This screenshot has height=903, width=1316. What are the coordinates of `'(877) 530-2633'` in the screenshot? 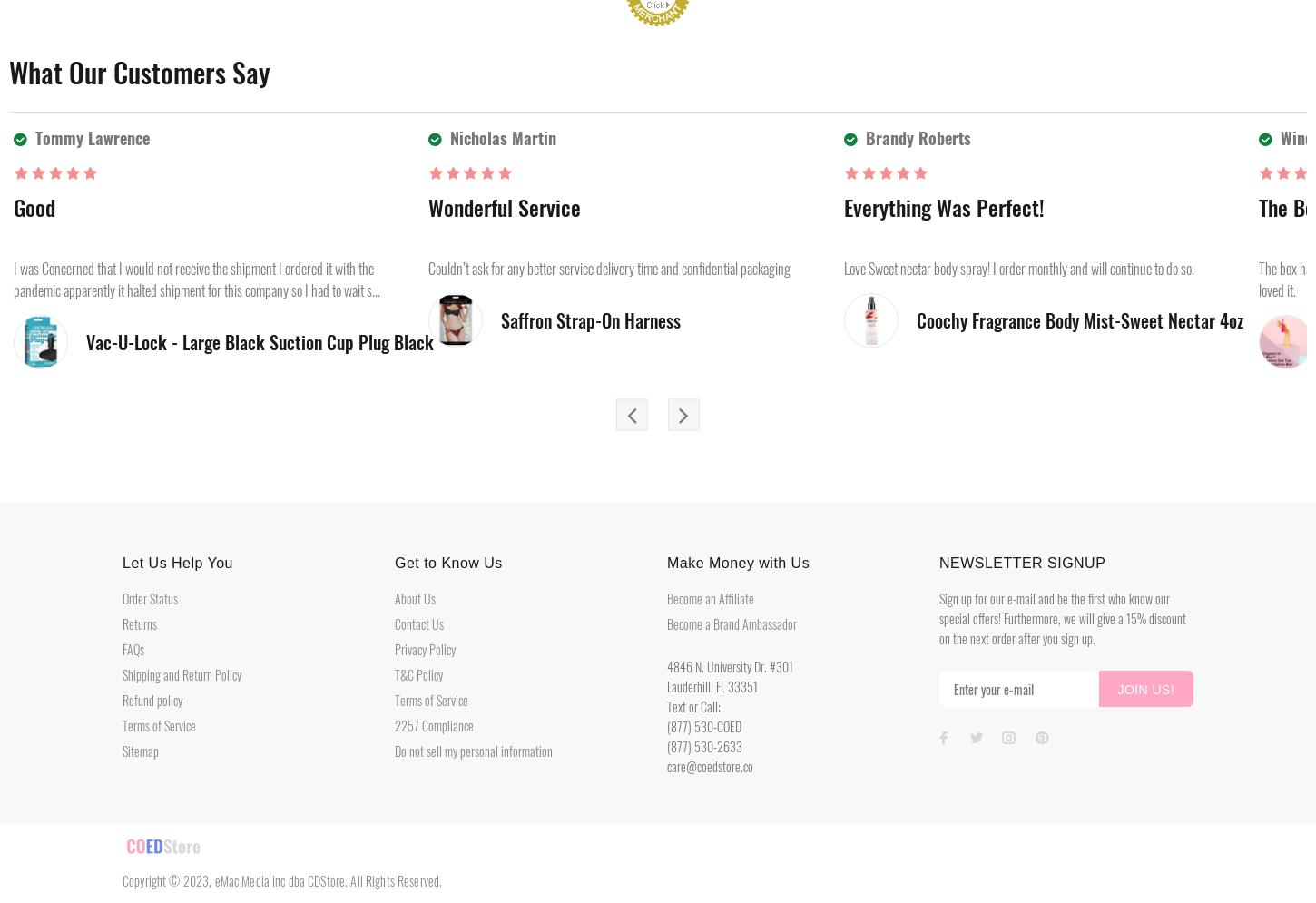 It's located at (704, 745).